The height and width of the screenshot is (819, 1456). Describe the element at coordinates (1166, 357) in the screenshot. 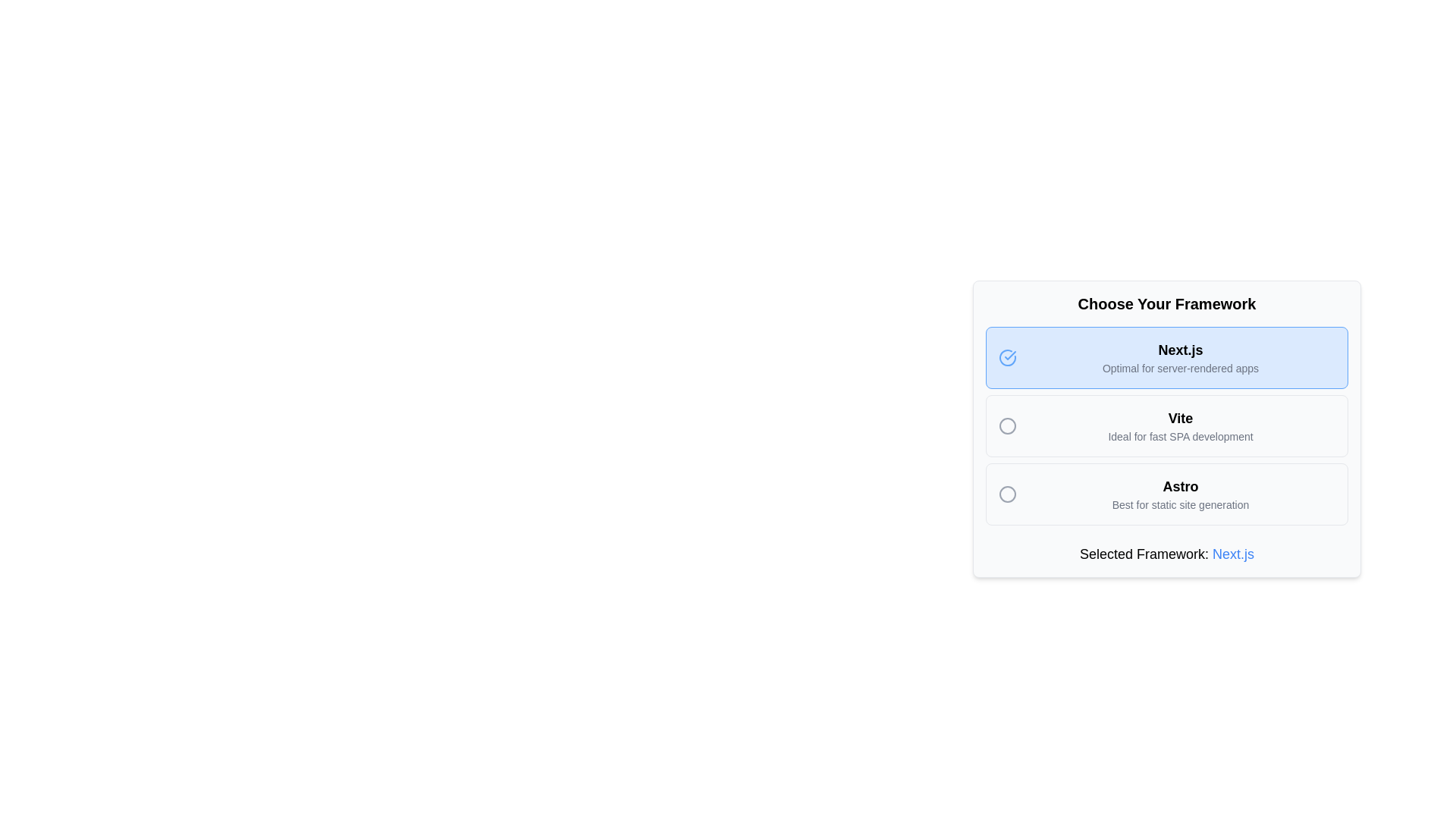

I see `the highlighted card labeled 'Next.js' with a checkmark icon` at that location.